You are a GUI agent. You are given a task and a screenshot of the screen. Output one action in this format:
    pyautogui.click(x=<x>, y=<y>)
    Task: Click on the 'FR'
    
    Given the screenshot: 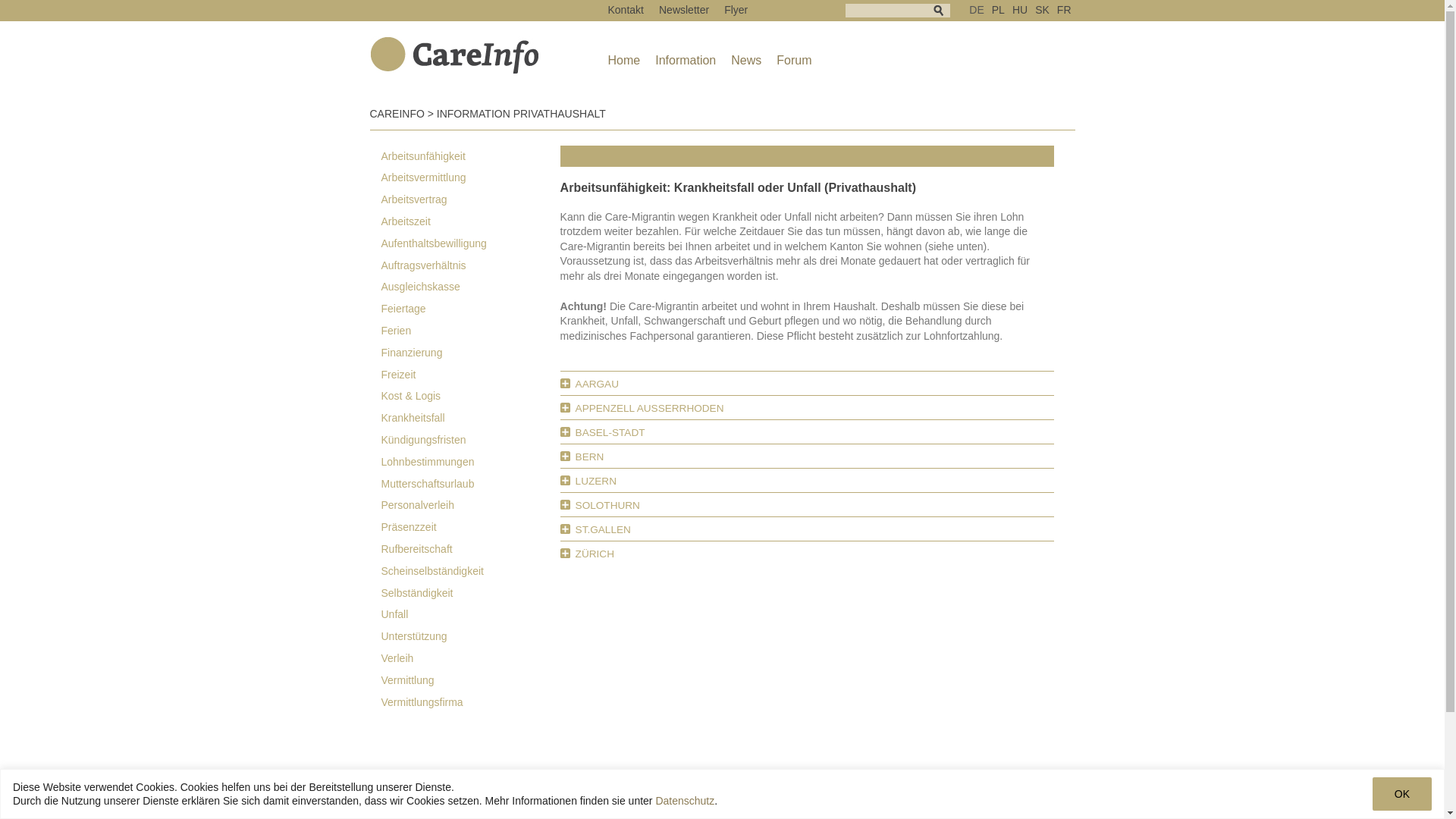 What is the action you would take?
    pyautogui.click(x=1063, y=9)
    